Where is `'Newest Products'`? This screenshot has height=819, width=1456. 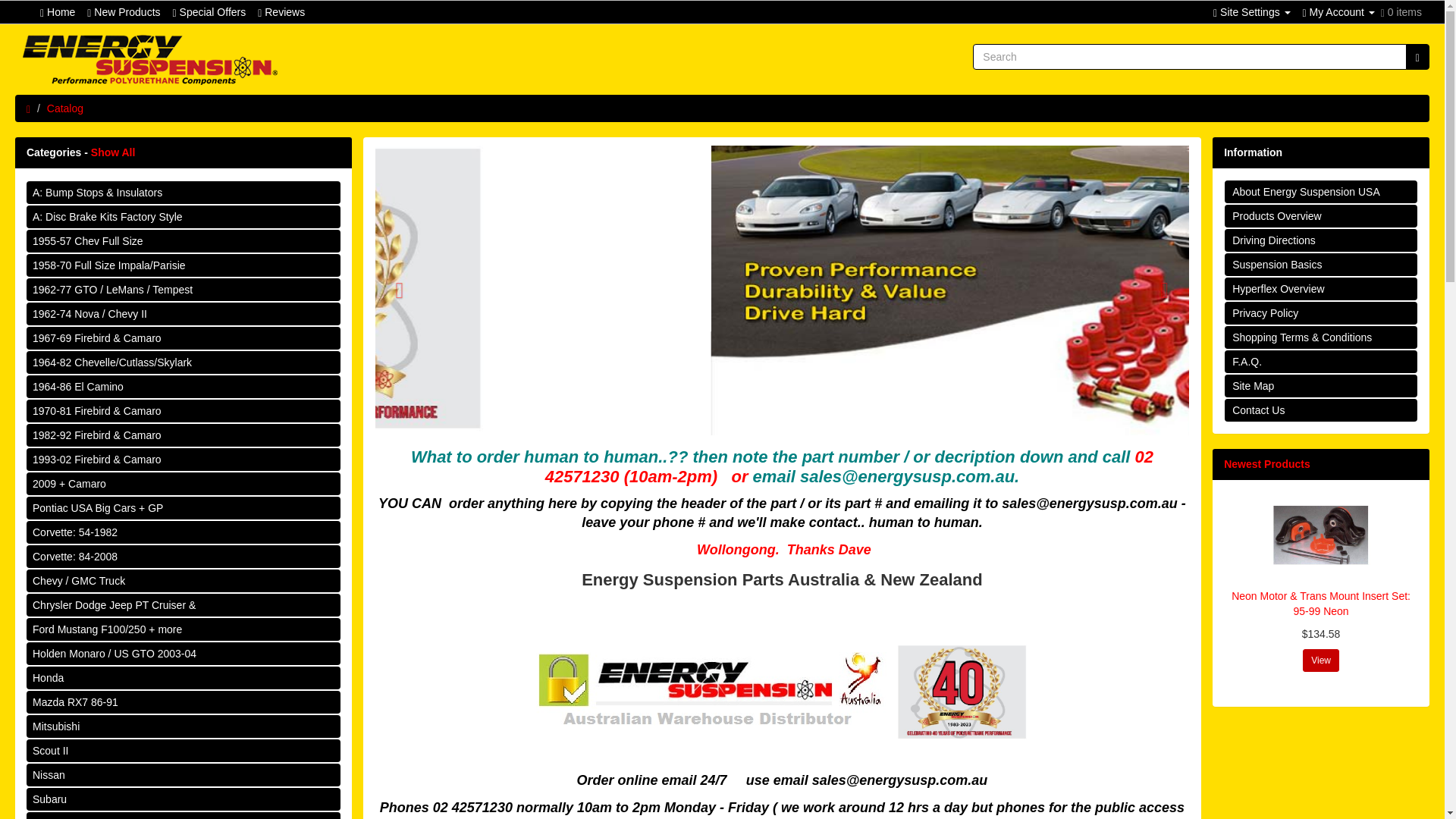 'Newest Products' is located at coordinates (1266, 463).